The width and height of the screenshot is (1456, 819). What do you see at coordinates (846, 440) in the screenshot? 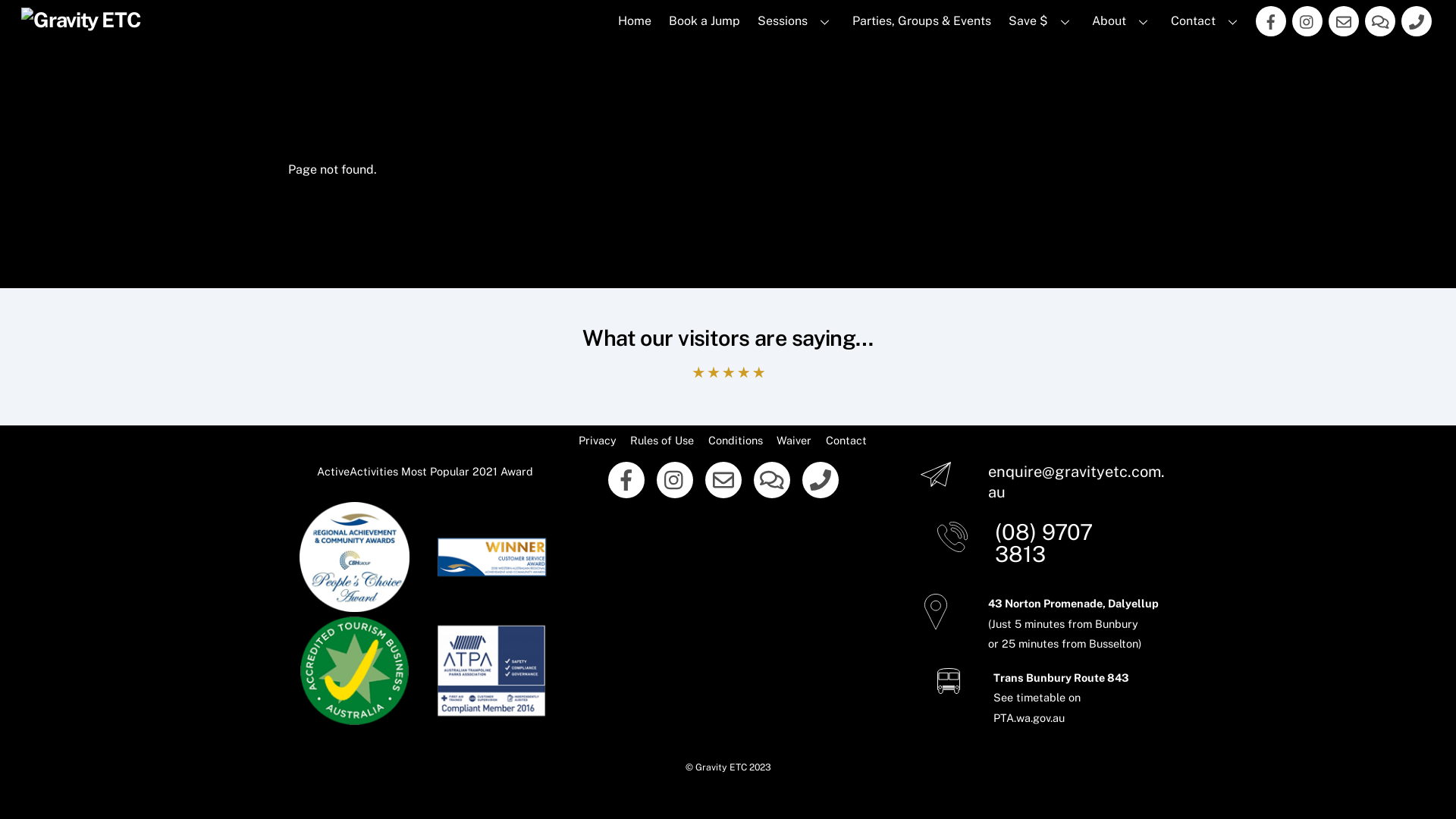
I see `'Contact'` at bounding box center [846, 440].